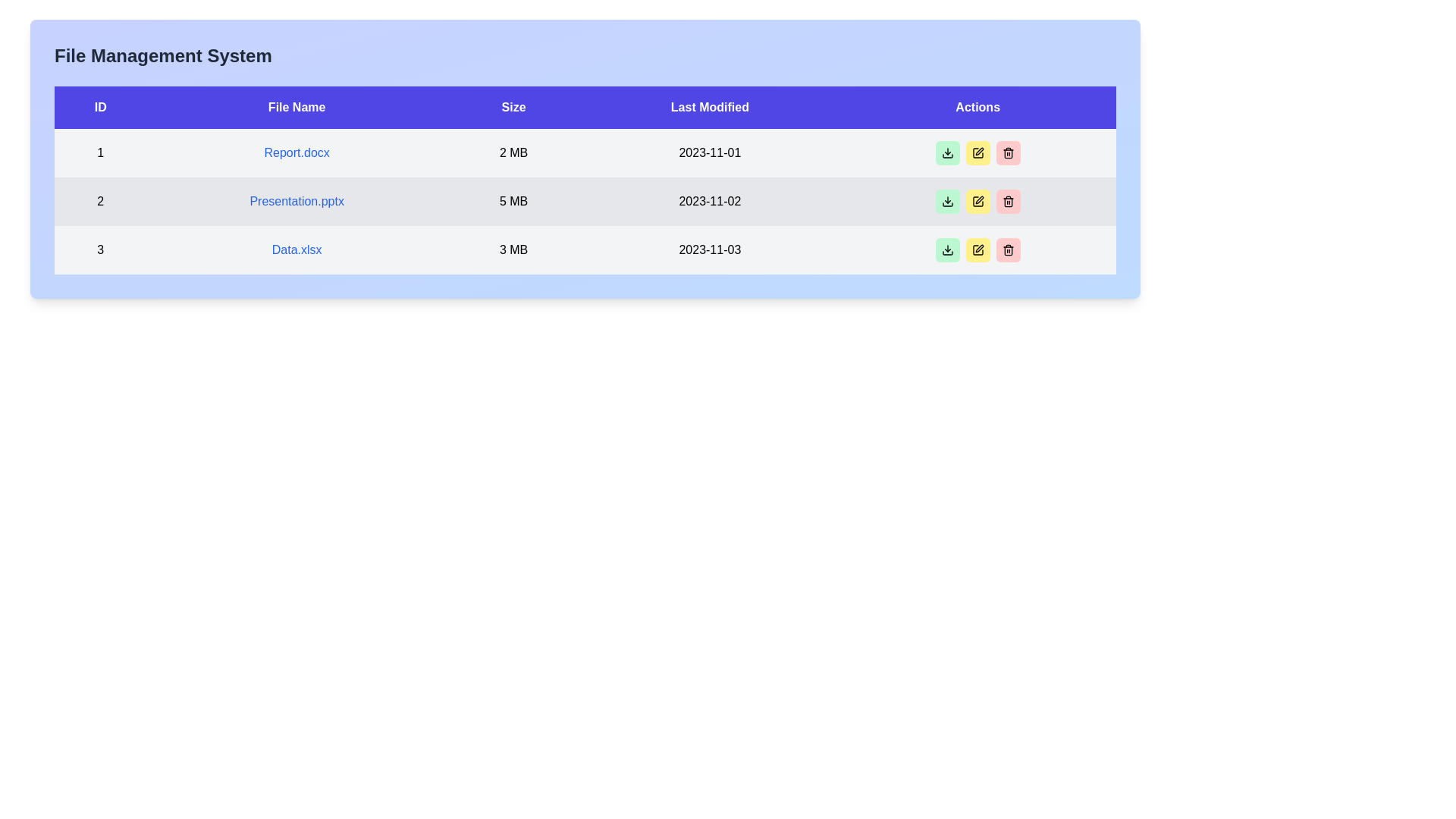 The image size is (1456, 819). What do you see at coordinates (1008, 152) in the screenshot?
I see `the delete button in the 'Actions' column of the first file ('Report.docx') in the file management table` at bounding box center [1008, 152].